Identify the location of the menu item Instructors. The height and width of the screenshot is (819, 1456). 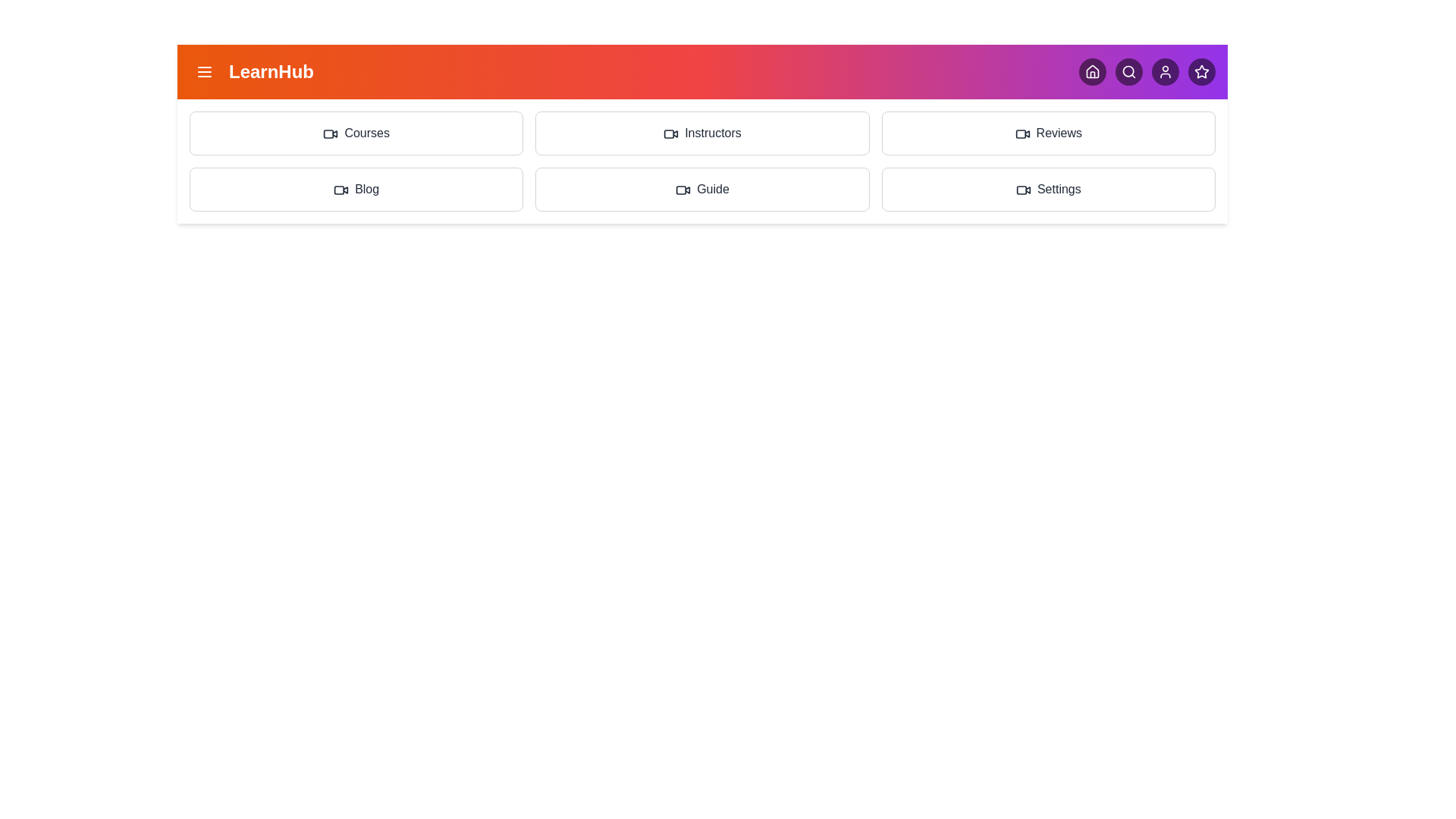
(701, 133).